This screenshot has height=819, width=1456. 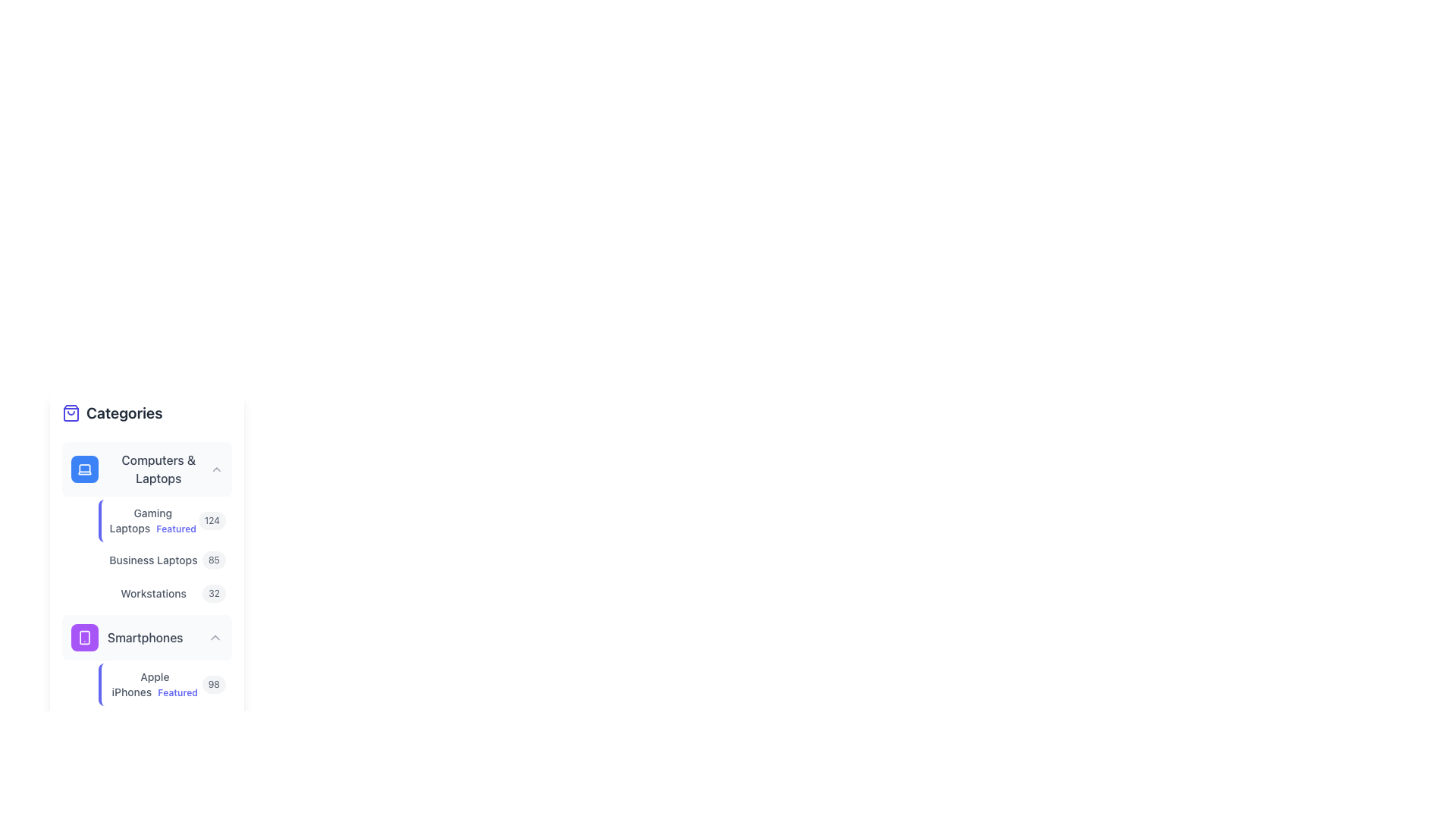 What do you see at coordinates (124, 413) in the screenshot?
I see `text from the label displaying 'Categories', which is styled in bold and dark gray, located near the top of the vertical menu on the left side of the interface` at bounding box center [124, 413].